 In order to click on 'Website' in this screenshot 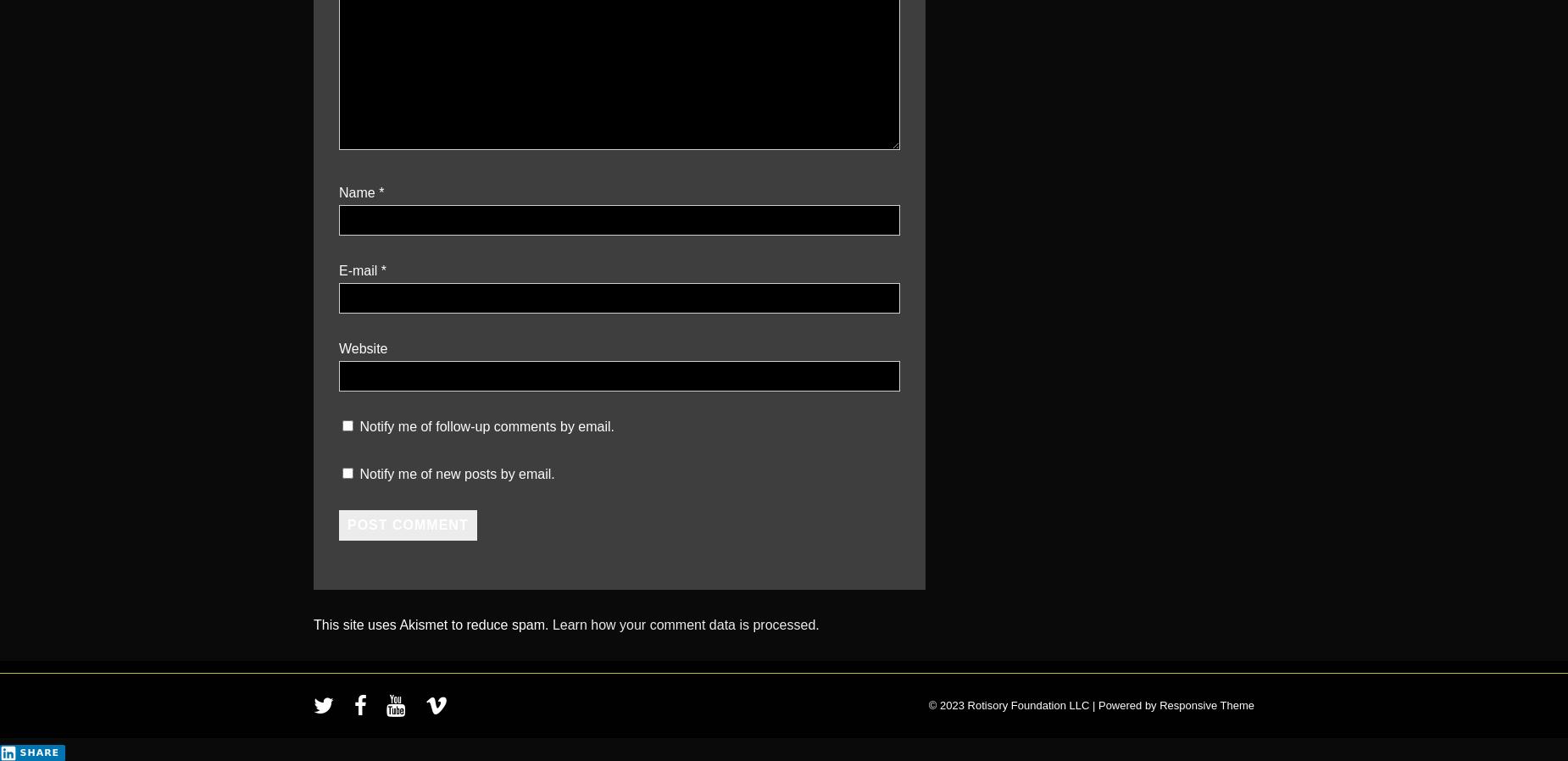, I will do `click(362, 347)`.